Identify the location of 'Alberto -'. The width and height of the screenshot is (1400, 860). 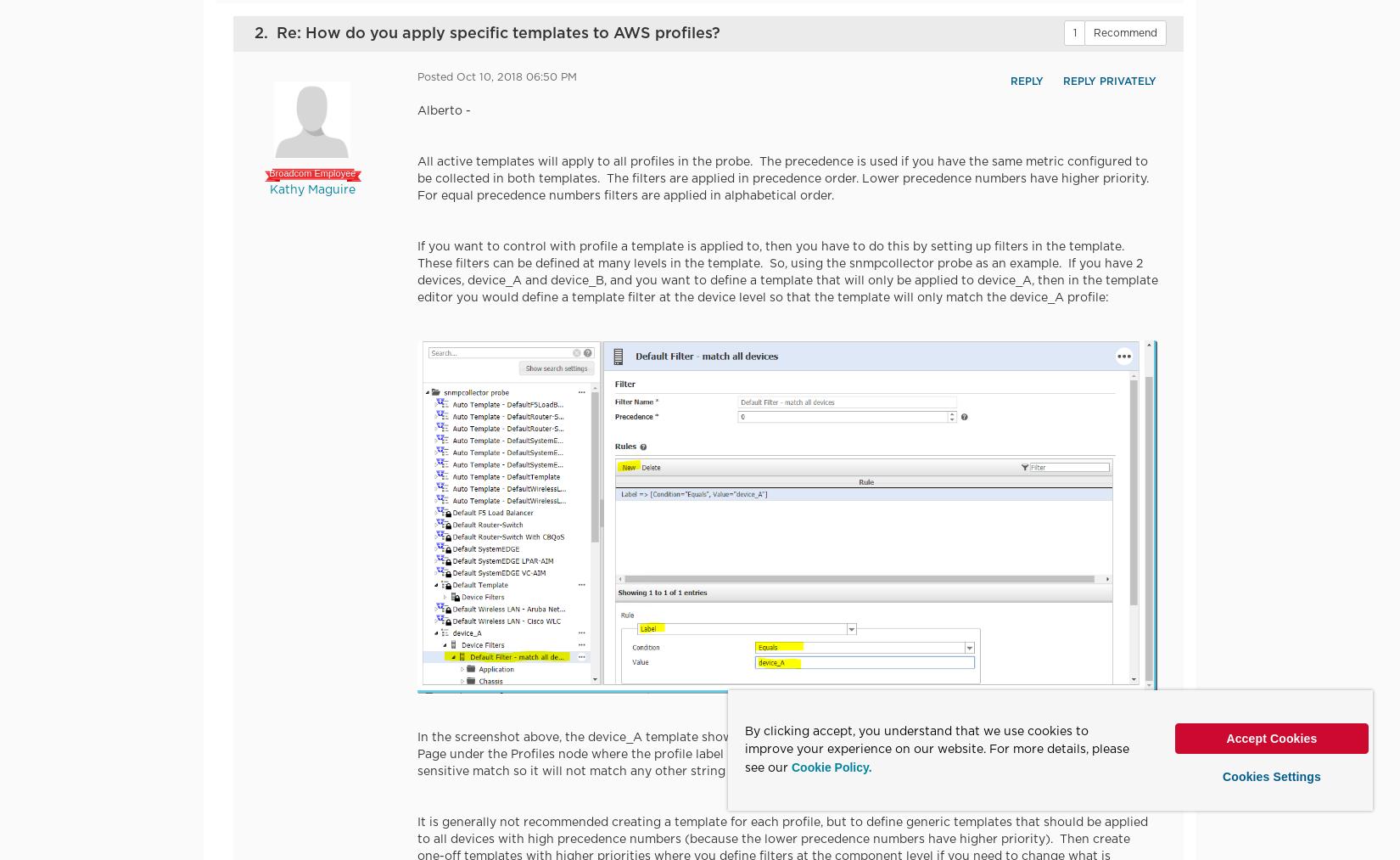
(416, 110).